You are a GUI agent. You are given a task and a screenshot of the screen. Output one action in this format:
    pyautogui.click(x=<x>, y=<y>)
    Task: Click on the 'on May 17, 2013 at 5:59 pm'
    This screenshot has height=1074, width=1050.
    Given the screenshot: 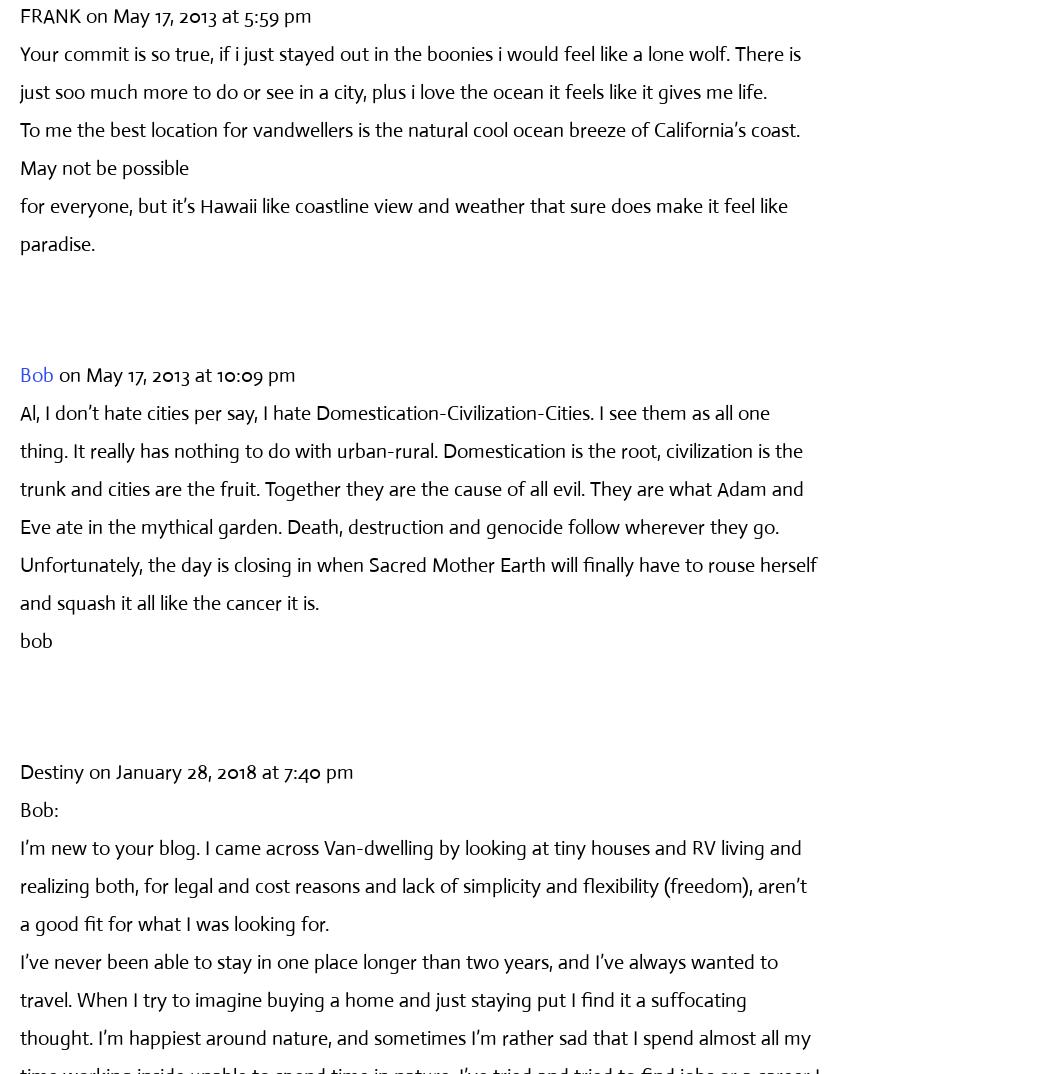 What is the action you would take?
    pyautogui.click(x=197, y=14)
    